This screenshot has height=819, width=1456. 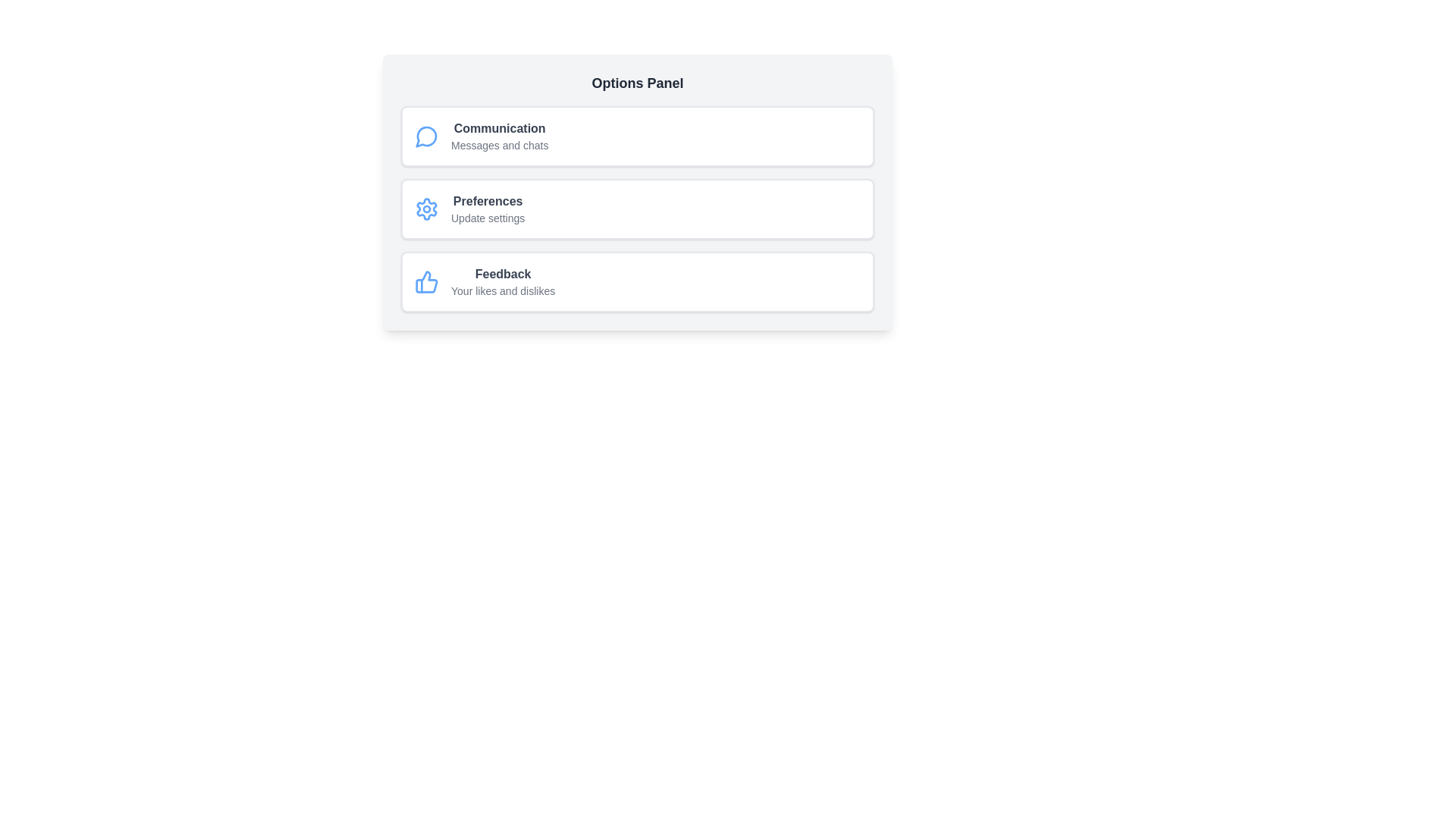 I want to click on the list item corresponding to Preferences, so click(x=637, y=209).